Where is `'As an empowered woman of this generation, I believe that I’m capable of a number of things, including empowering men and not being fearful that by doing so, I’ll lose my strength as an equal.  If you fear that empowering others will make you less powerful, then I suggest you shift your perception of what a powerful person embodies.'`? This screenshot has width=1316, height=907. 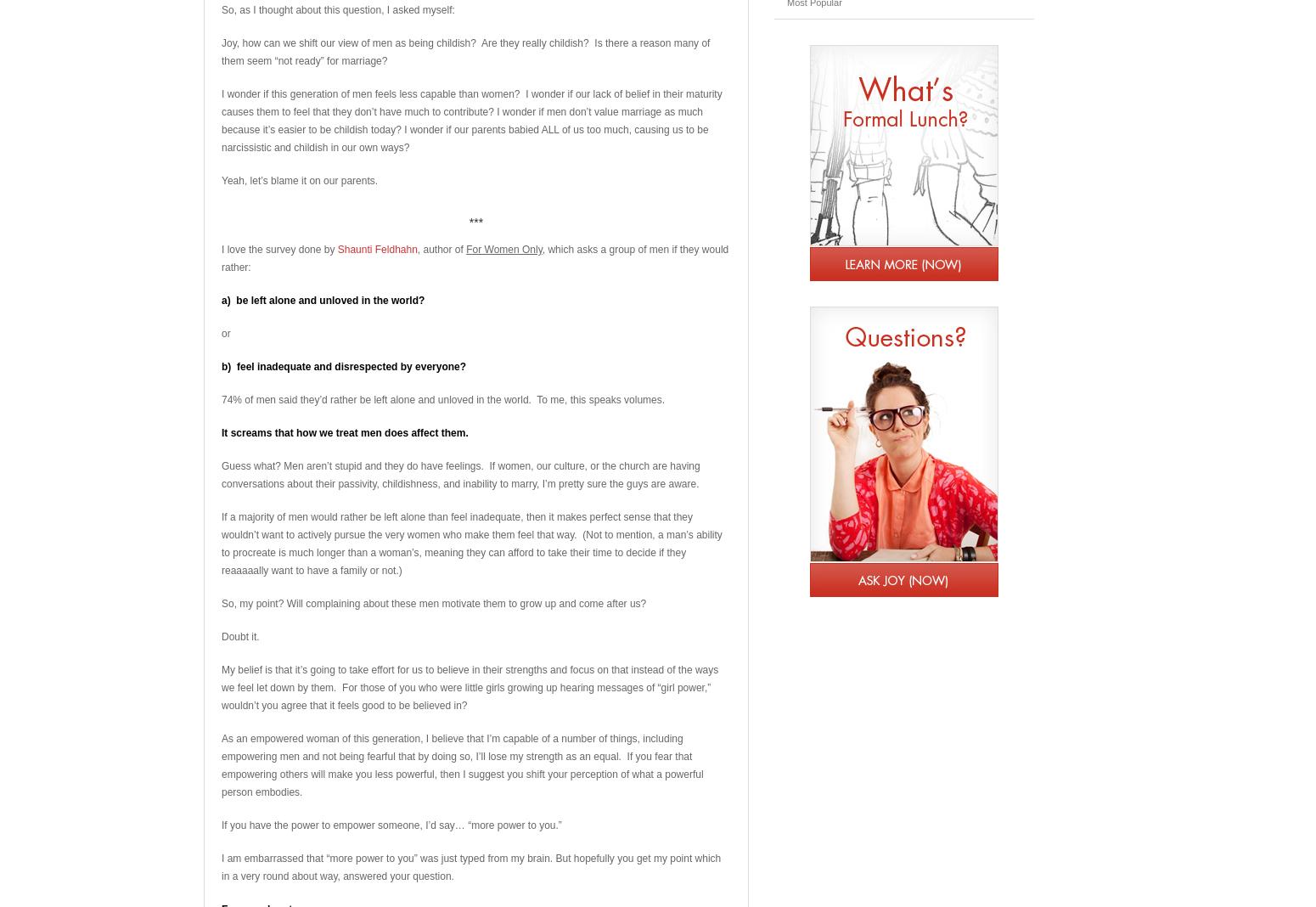
'As an empowered woman of this generation, I believe that I’m capable of a number of things, including empowering men and not being fearful that by doing so, I’ll lose my strength as an equal.  If you fear that empowering others will make you less powerful, then I suggest you shift your perception of what a powerful person embodies.' is located at coordinates (222, 764).